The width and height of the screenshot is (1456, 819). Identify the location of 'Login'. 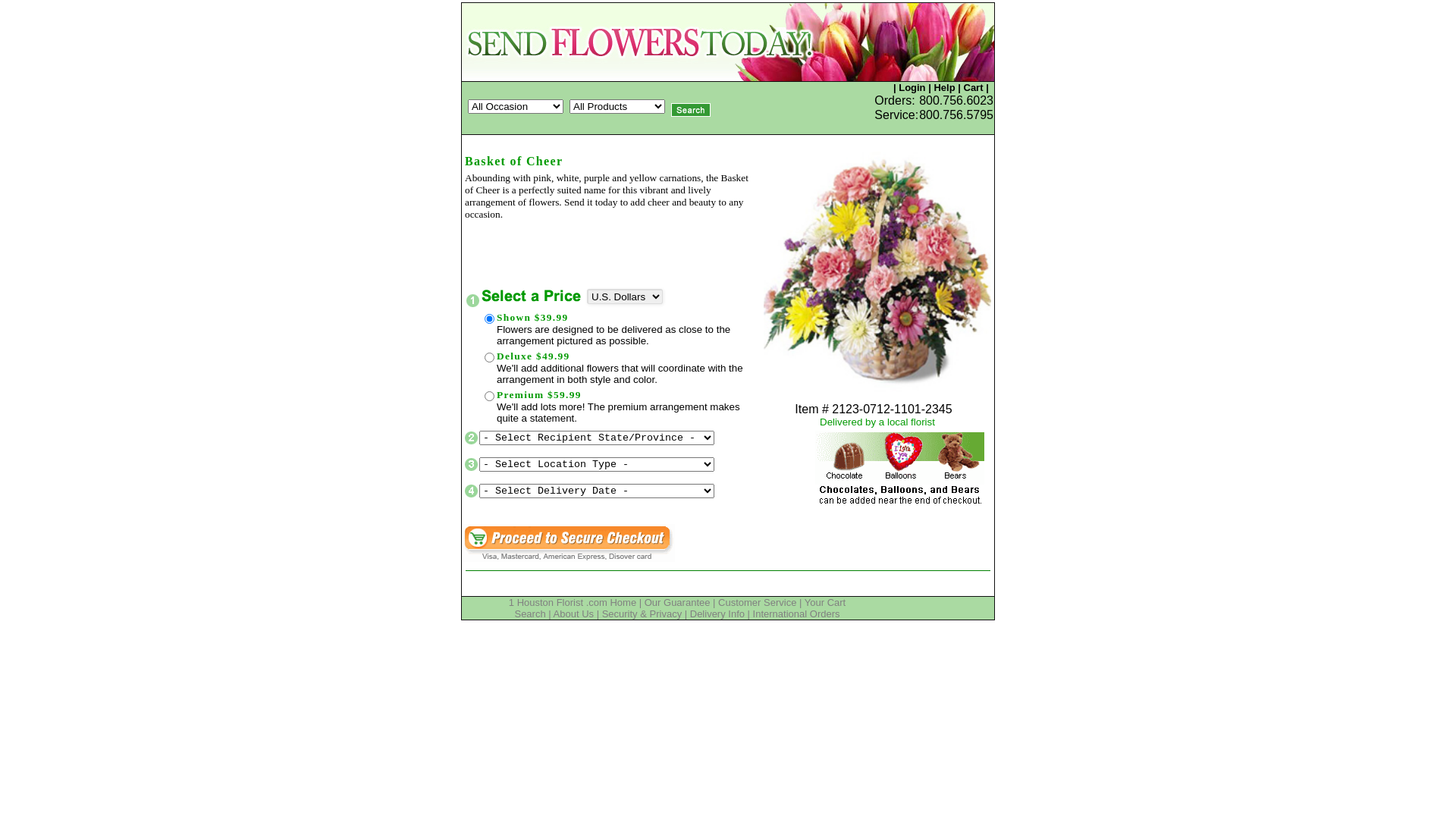
(911, 87).